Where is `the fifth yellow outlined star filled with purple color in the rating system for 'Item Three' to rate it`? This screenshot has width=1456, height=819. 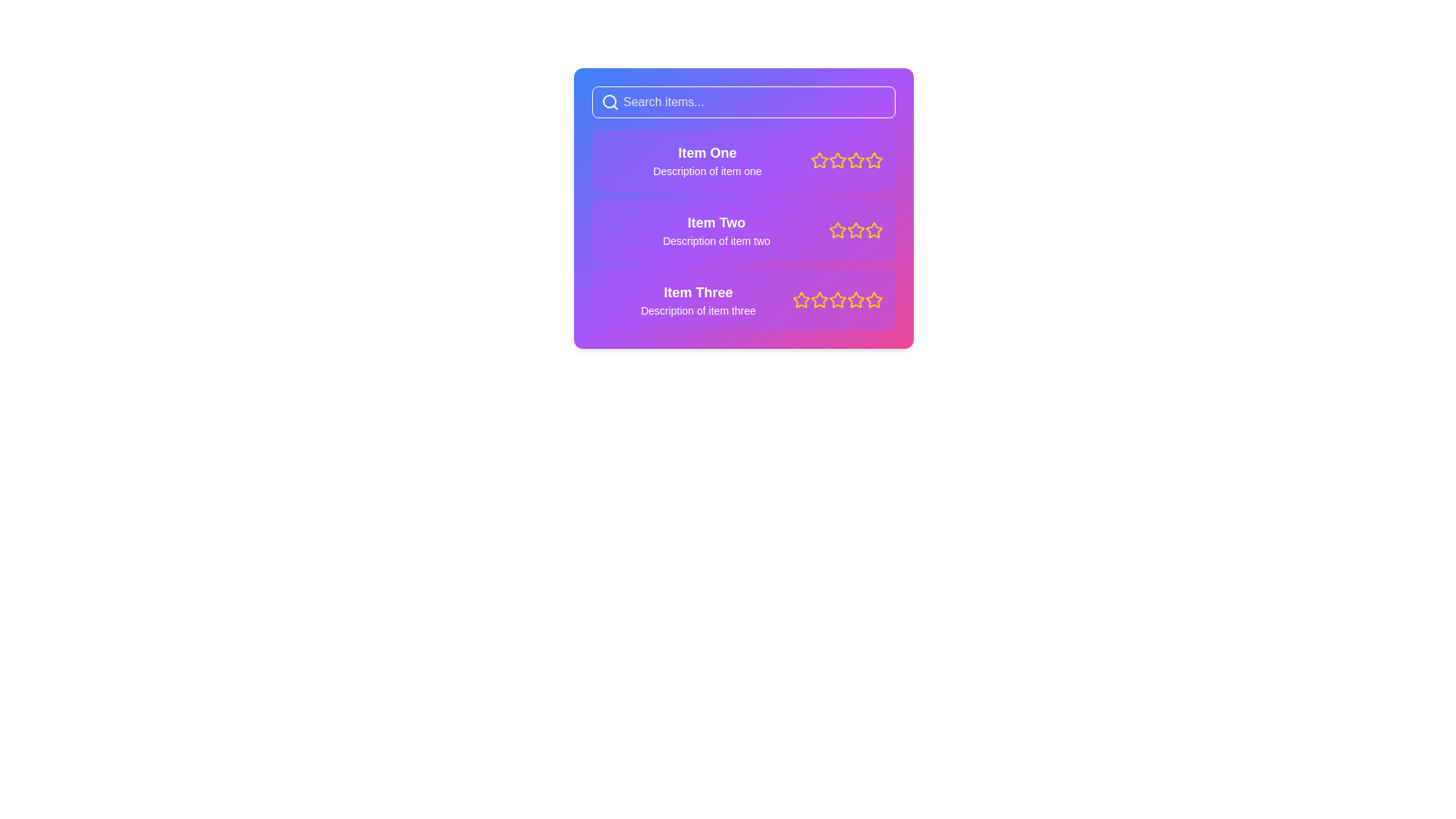
the fifth yellow outlined star filled with purple color in the rating system for 'Item Three' to rate it is located at coordinates (874, 300).